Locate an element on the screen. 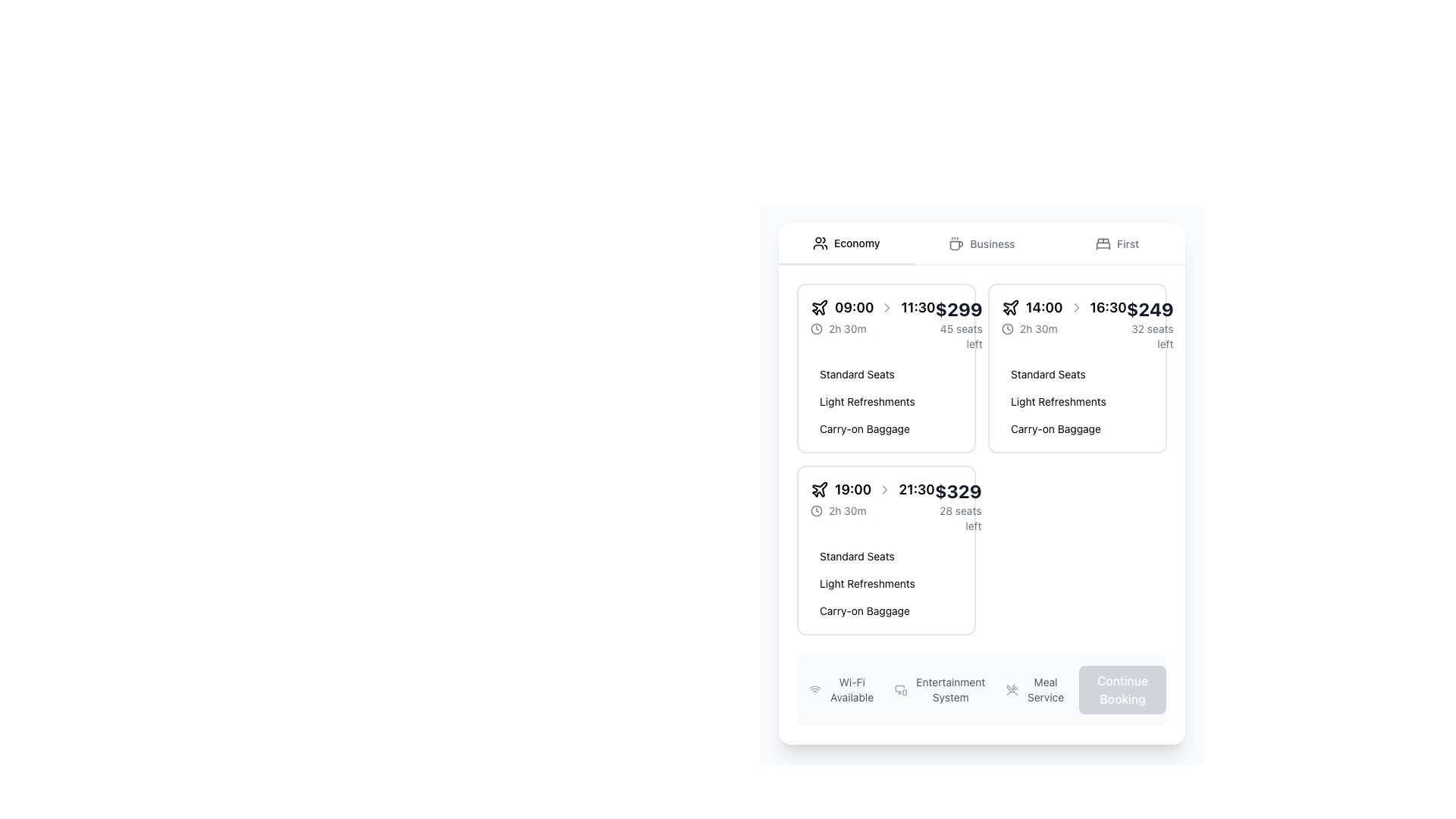 The image size is (1456, 819). the airplane icon, which is styled with a blue color and has a modern stroke design, located towards the top left of its group, to the left of the departure time and duration is located at coordinates (818, 307).